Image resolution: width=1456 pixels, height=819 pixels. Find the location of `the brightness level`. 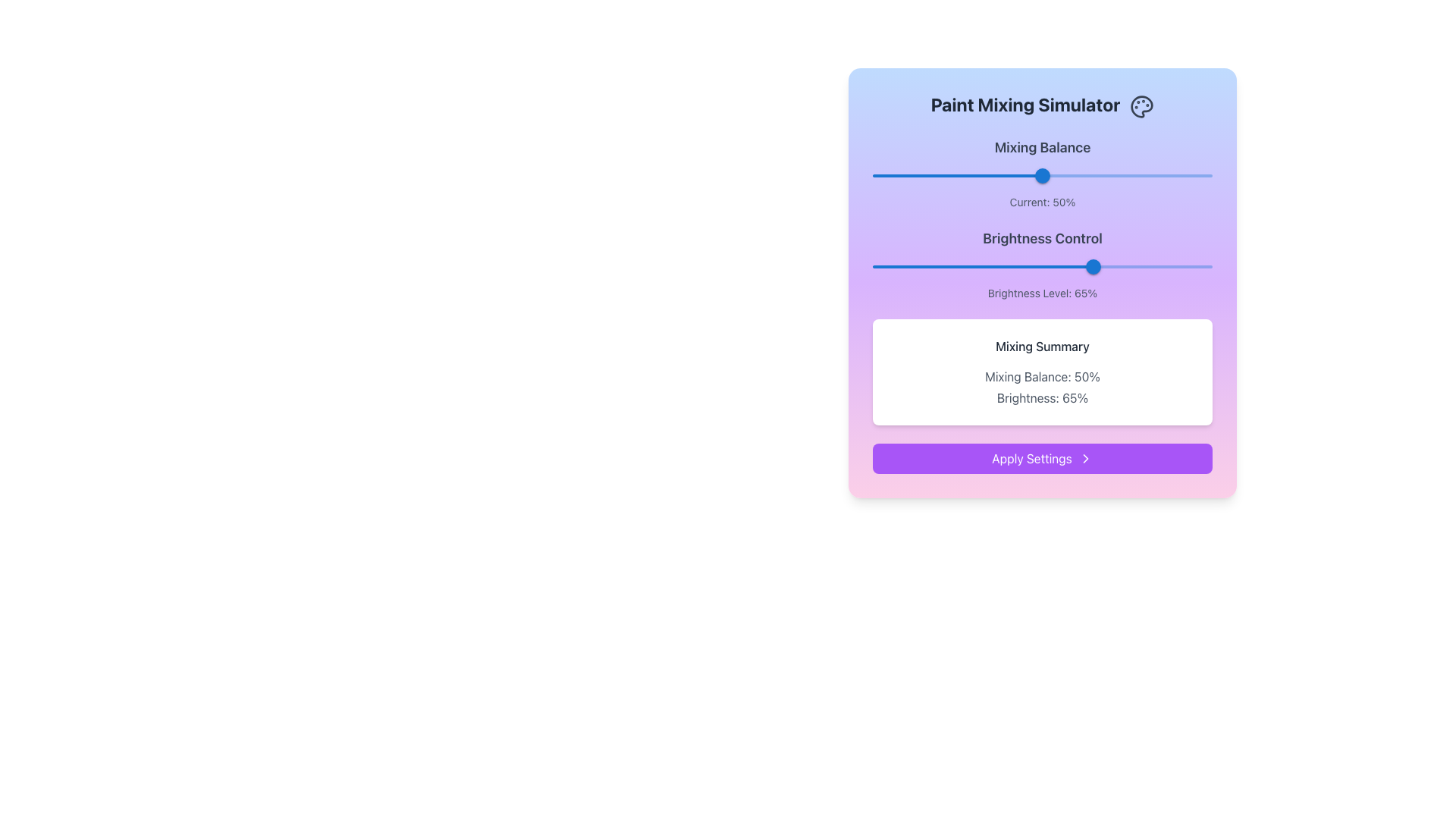

the brightness level is located at coordinates (974, 265).